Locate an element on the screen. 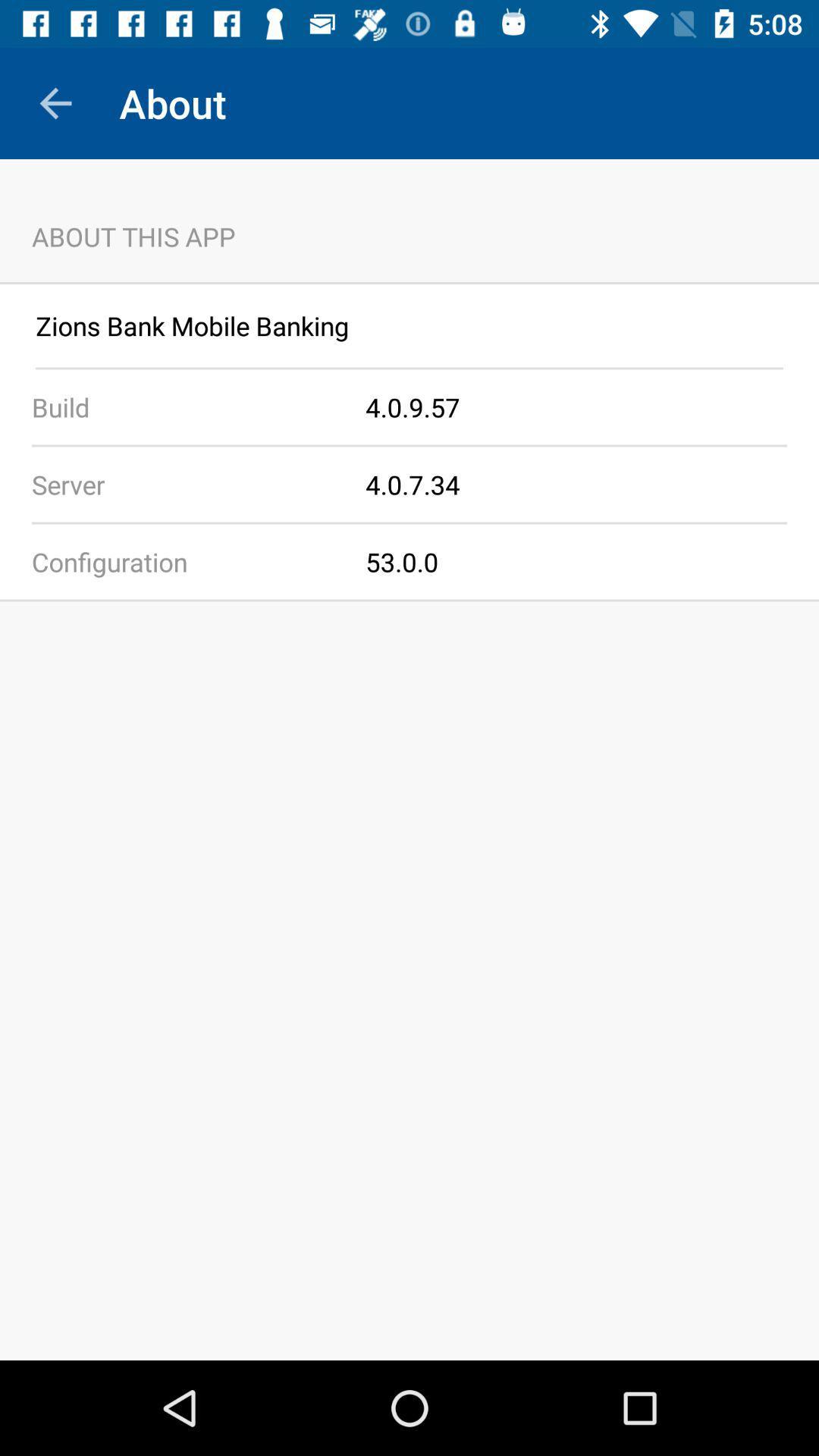 Image resolution: width=819 pixels, height=1456 pixels. server is located at coordinates (182, 483).